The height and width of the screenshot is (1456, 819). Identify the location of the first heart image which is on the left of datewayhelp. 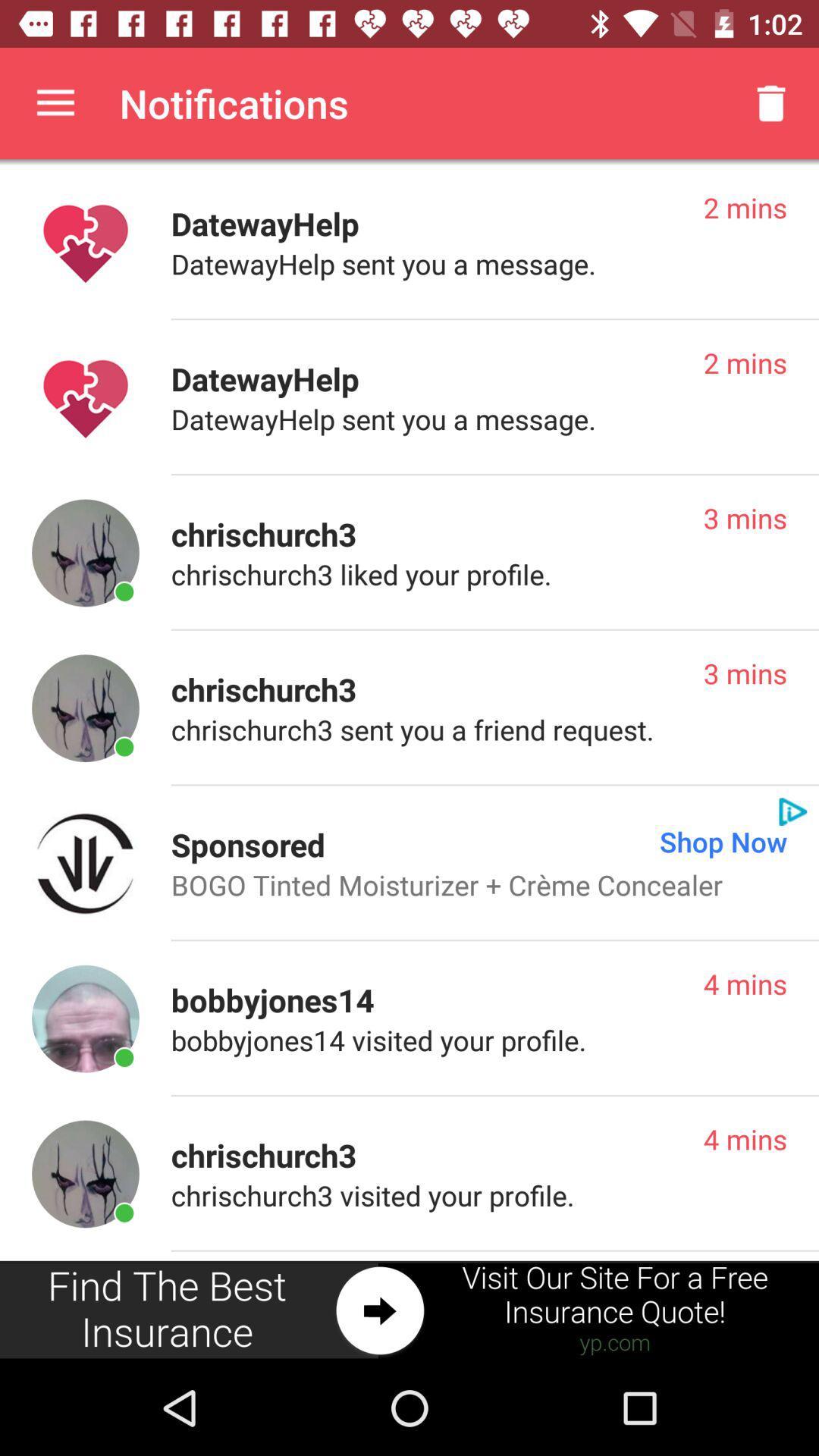
(85, 243).